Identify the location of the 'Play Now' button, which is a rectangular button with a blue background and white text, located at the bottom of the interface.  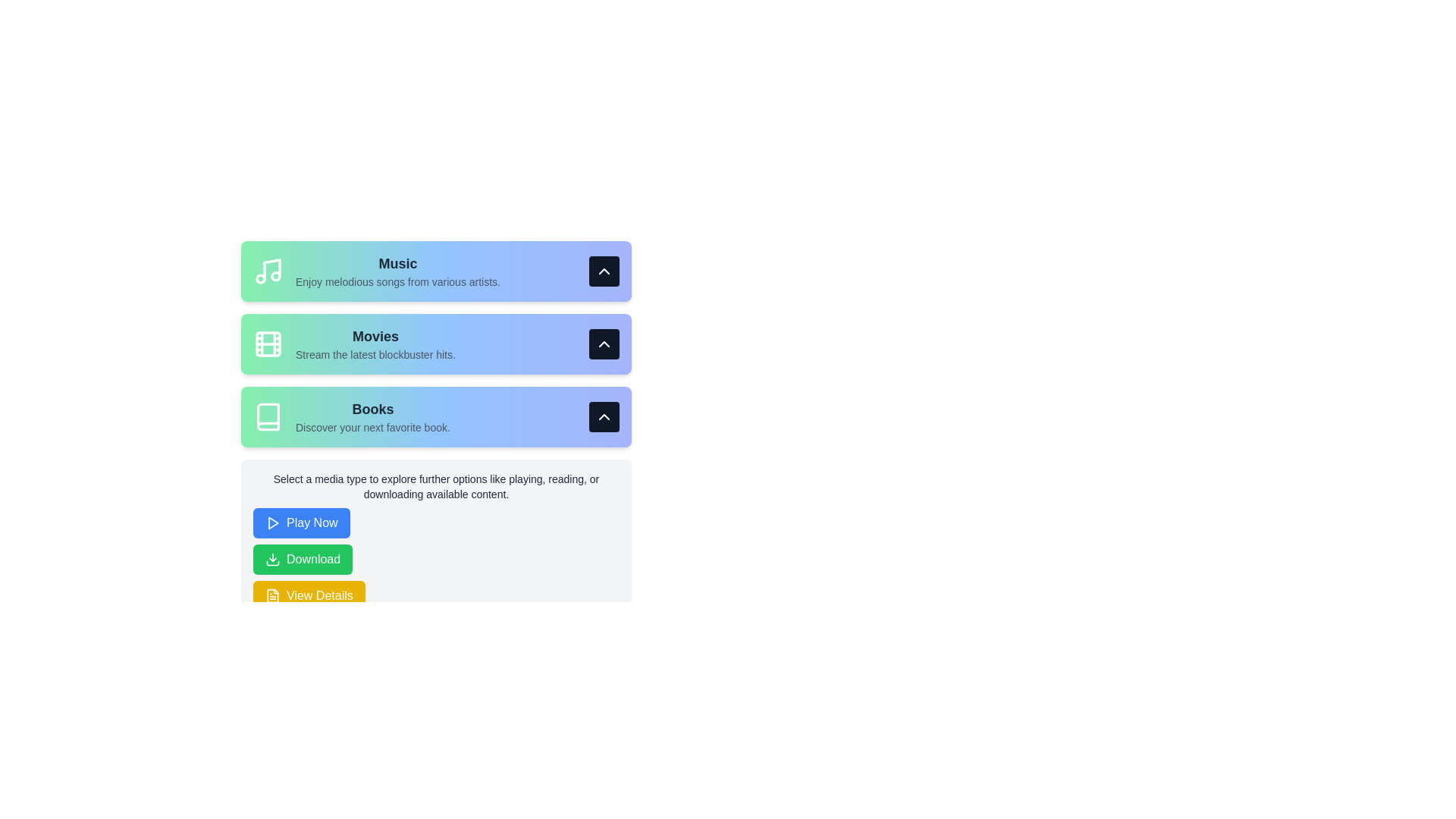
(301, 522).